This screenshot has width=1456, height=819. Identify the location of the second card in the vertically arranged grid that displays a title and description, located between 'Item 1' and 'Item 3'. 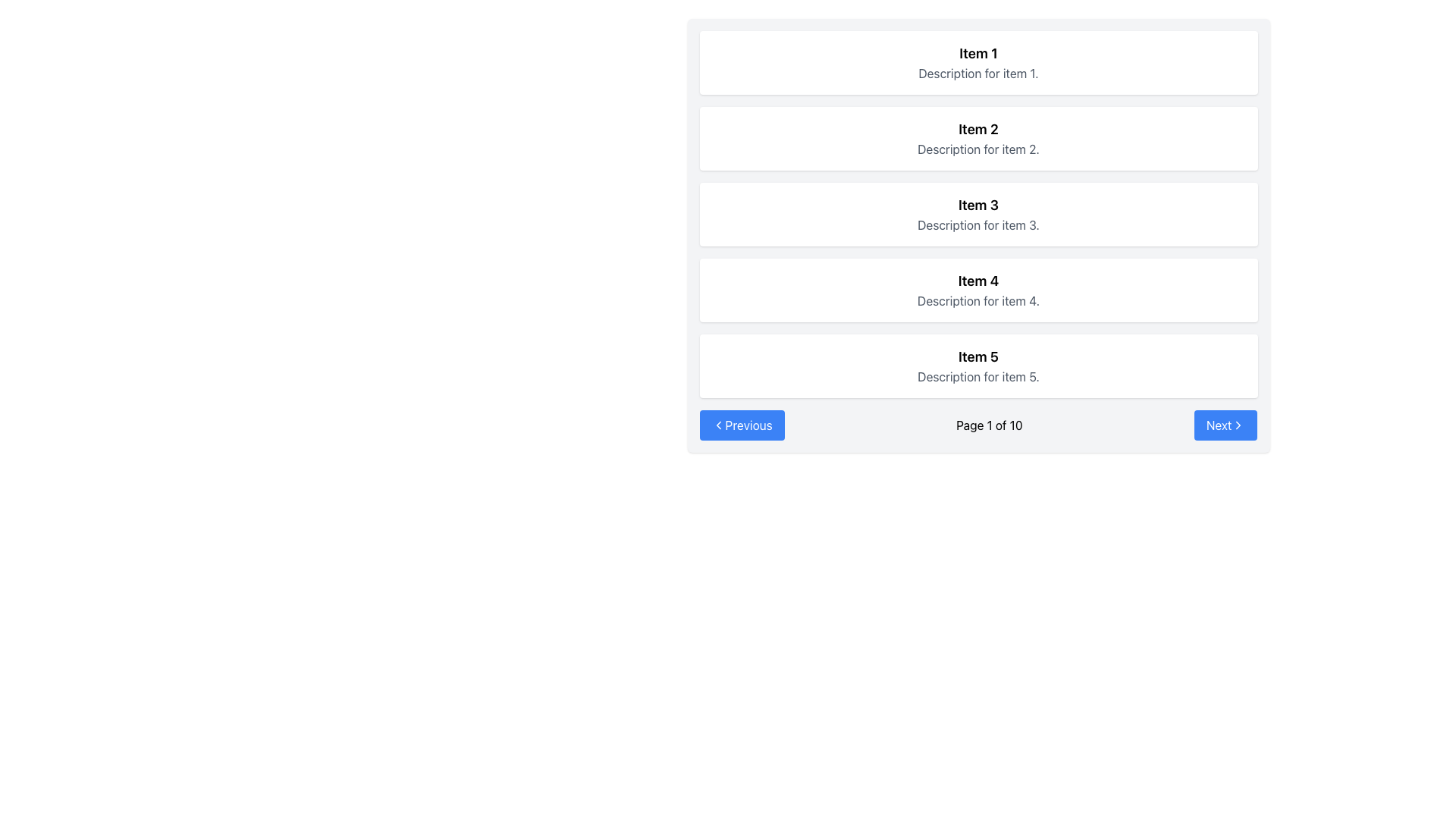
(978, 138).